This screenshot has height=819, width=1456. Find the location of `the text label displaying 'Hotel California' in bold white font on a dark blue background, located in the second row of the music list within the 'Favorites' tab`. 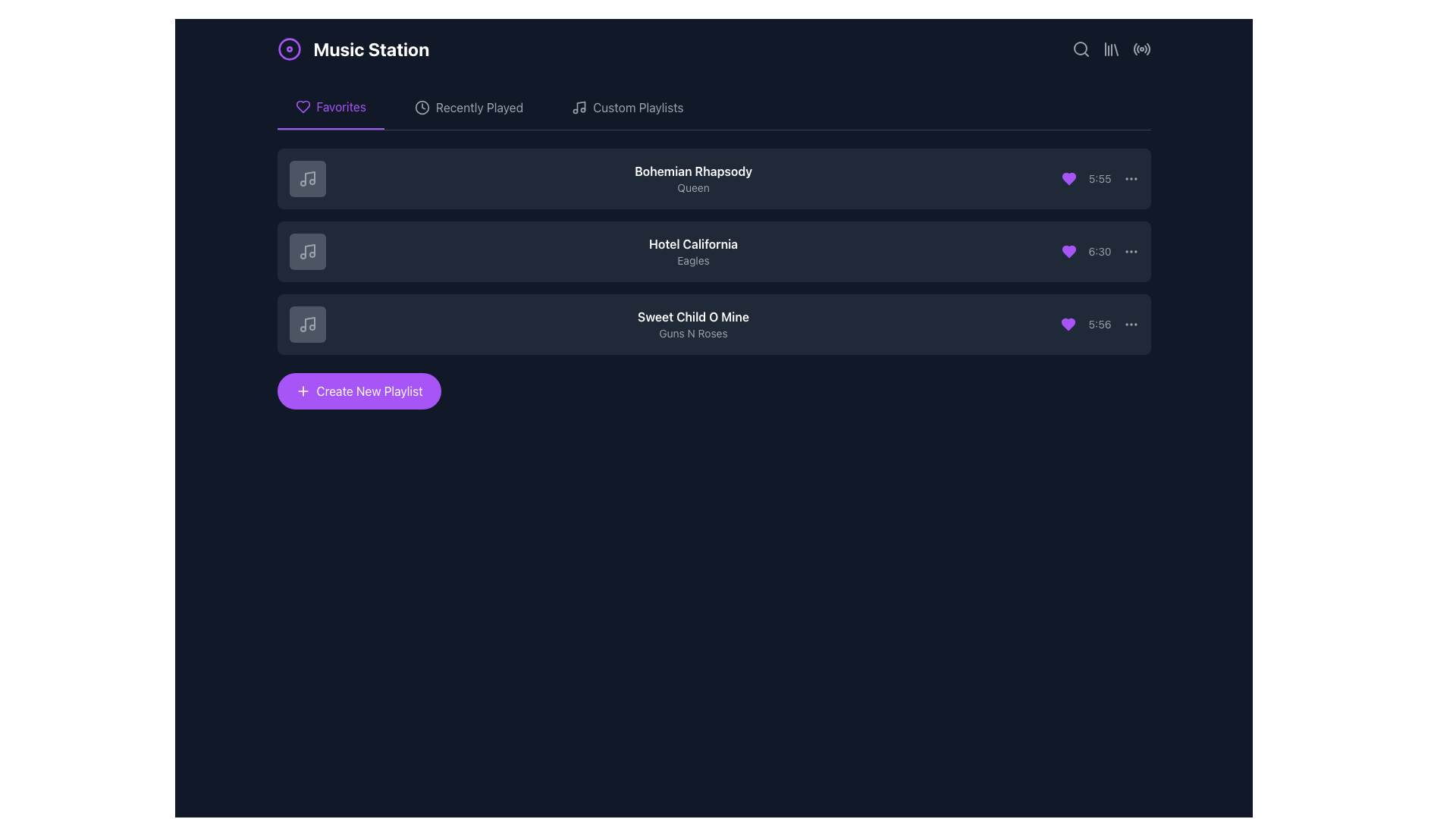

the text label displaying 'Hotel California' in bold white font on a dark blue background, located in the second row of the music list within the 'Favorites' tab is located at coordinates (692, 243).